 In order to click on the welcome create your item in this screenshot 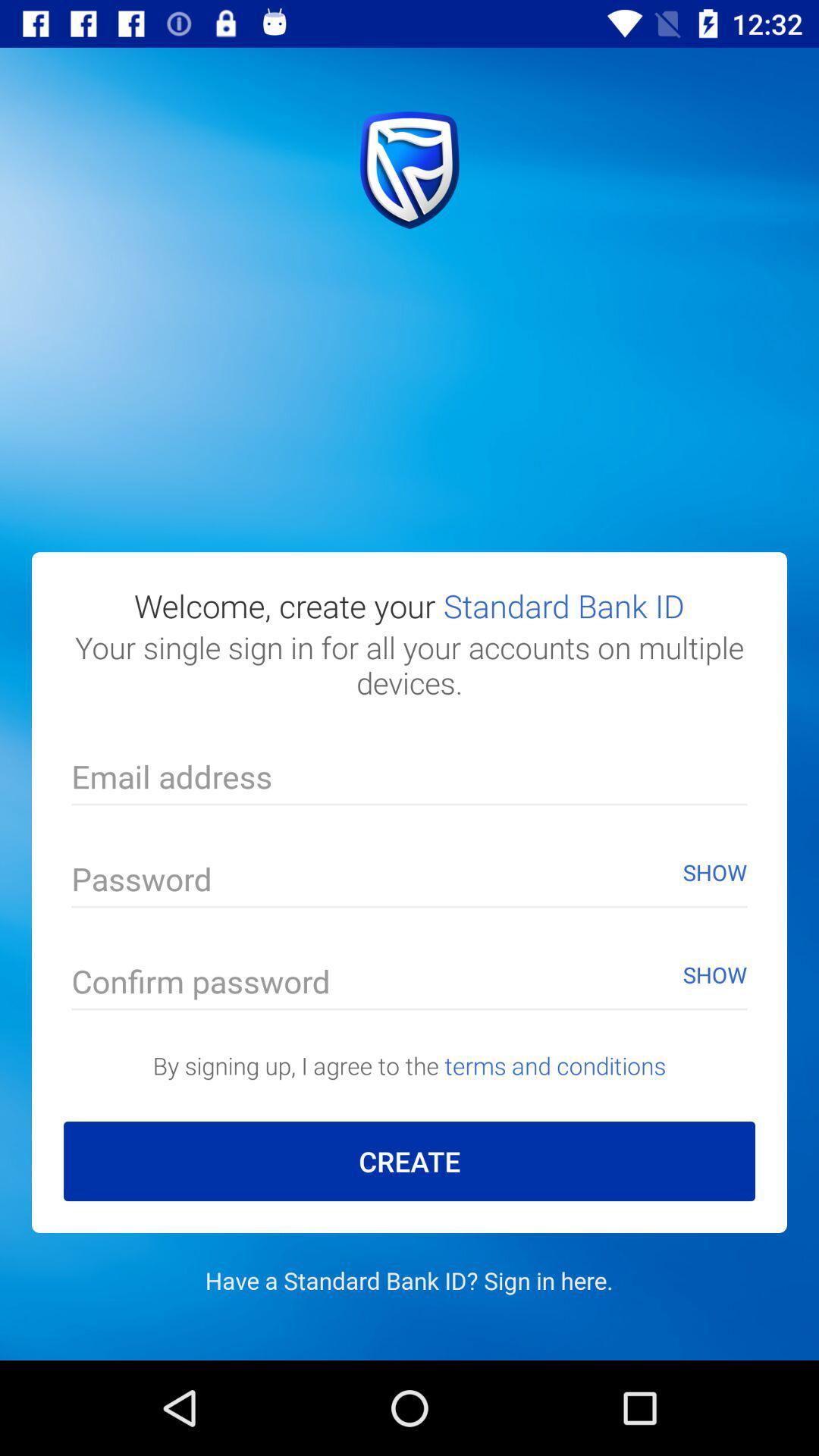, I will do `click(409, 604)`.